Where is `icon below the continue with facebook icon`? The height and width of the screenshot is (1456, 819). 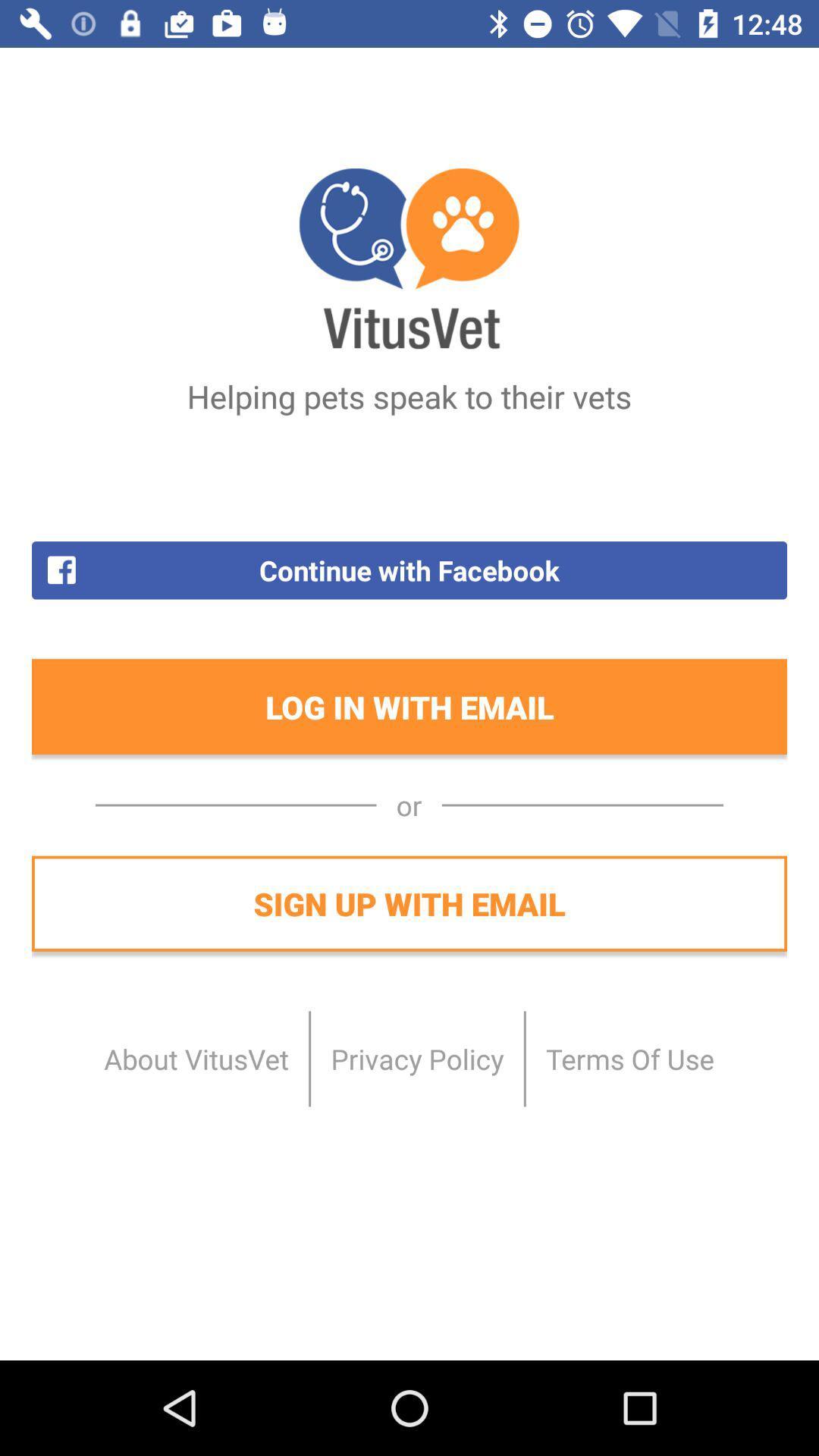
icon below the continue with facebook icon is located at coordinates (409, 706).